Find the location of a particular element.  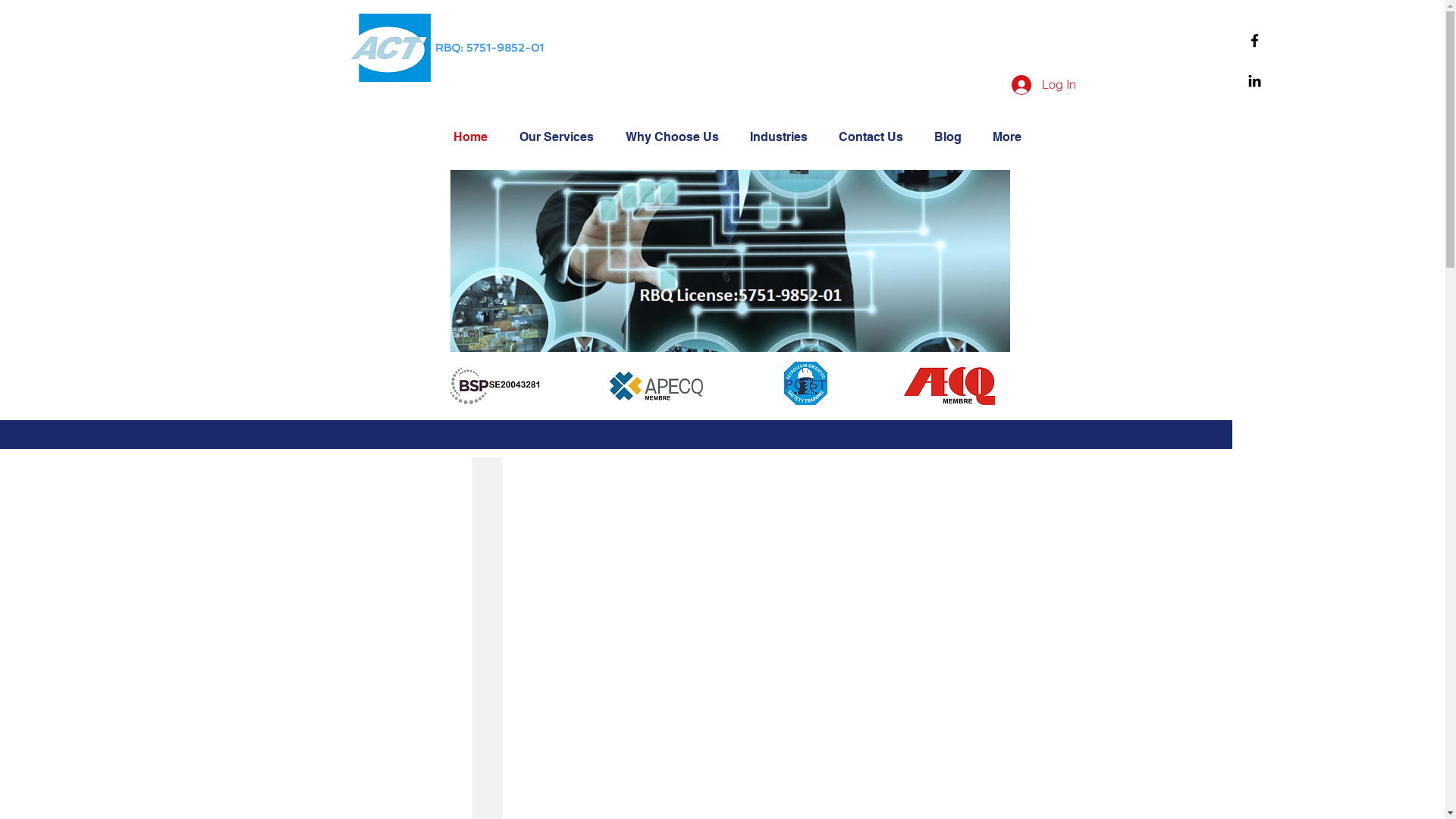

'Contact Us' is located at coordinates (874, 137).